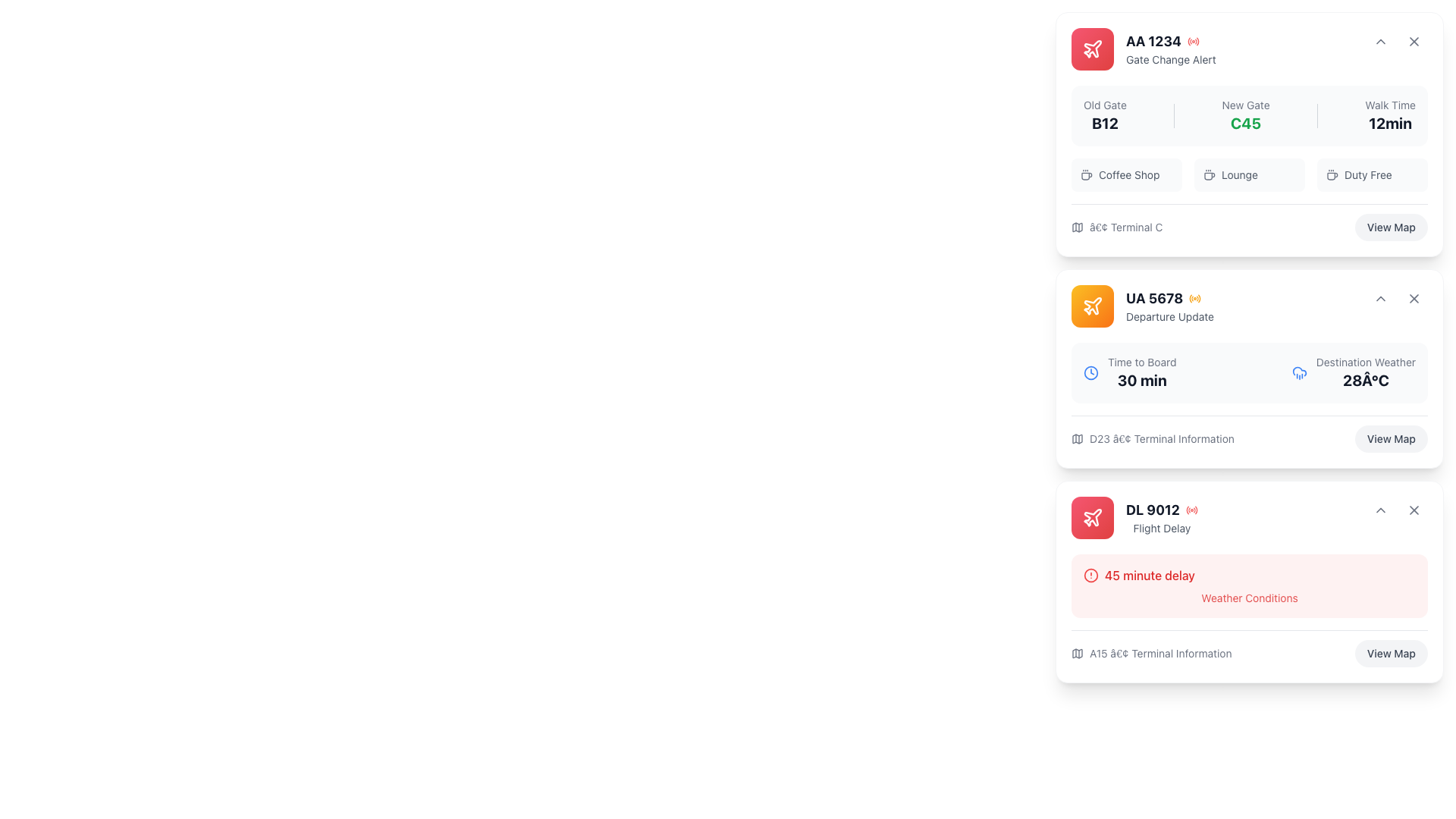  What do you see at coordinates (1173, 115) in the screenshot?
I see `the second vertical separator line in the flight status dashboard, which separates the 'Old Gate' labeled 'B12' on the left and the 'New Gate' labeled 'C45' on the right` at bounding box center [1173, 115].